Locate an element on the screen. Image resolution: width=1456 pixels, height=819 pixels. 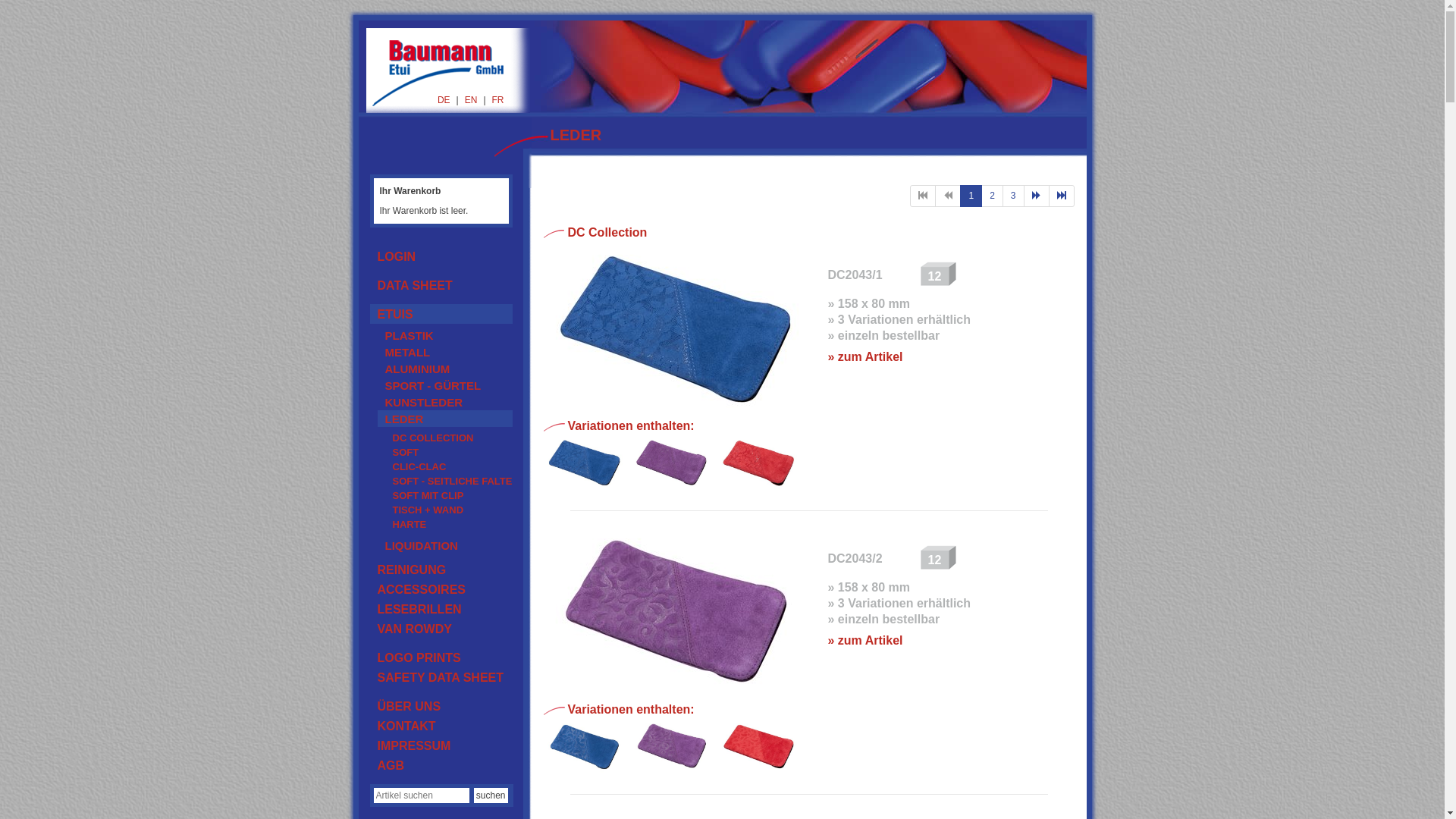
'TISCH + WAND' is located at coordinates (447, 509).